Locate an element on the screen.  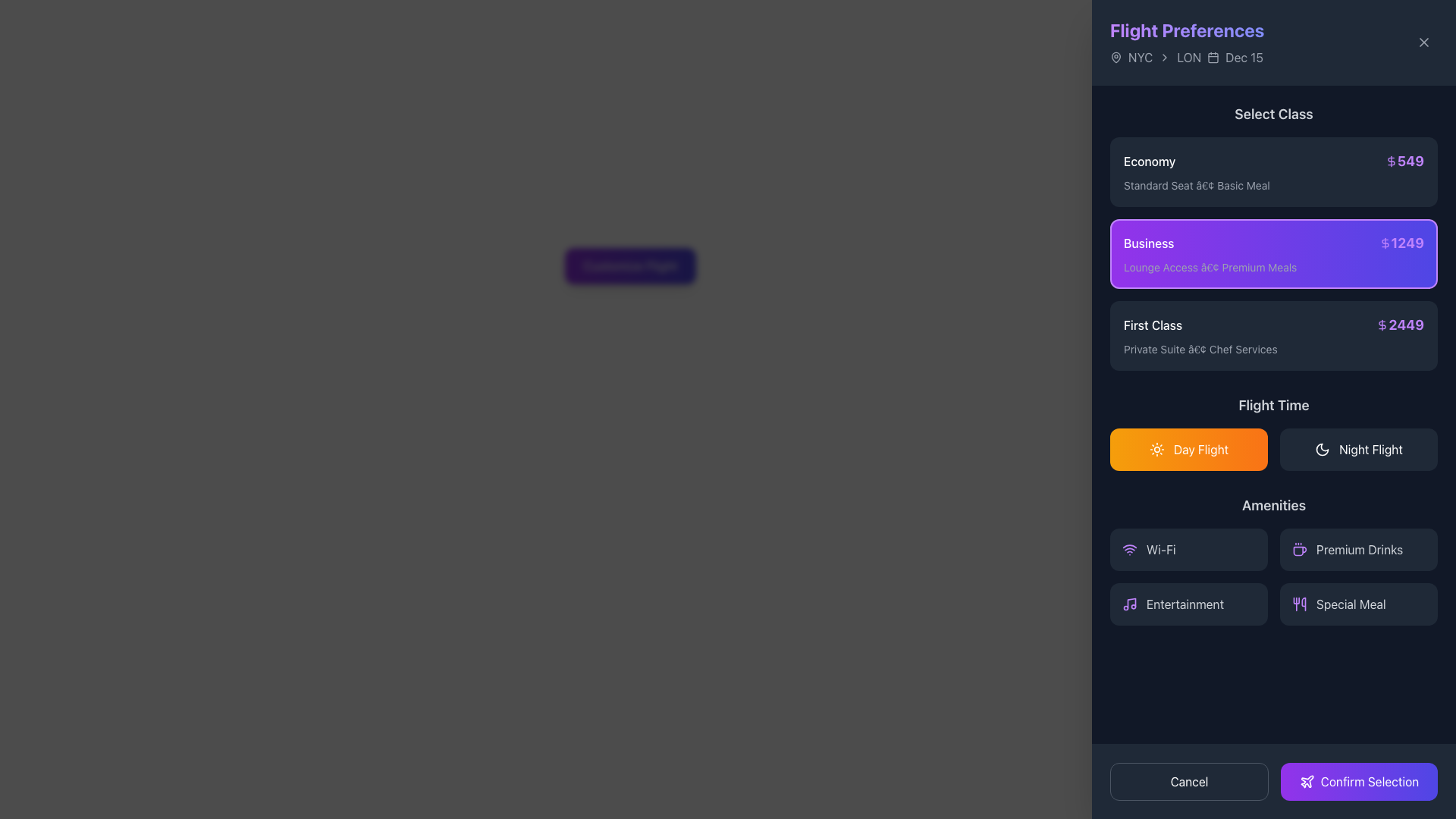
the close button located at the top-right corner of the 'Flight Preferences' panel is located at coordinates (1423, 42).